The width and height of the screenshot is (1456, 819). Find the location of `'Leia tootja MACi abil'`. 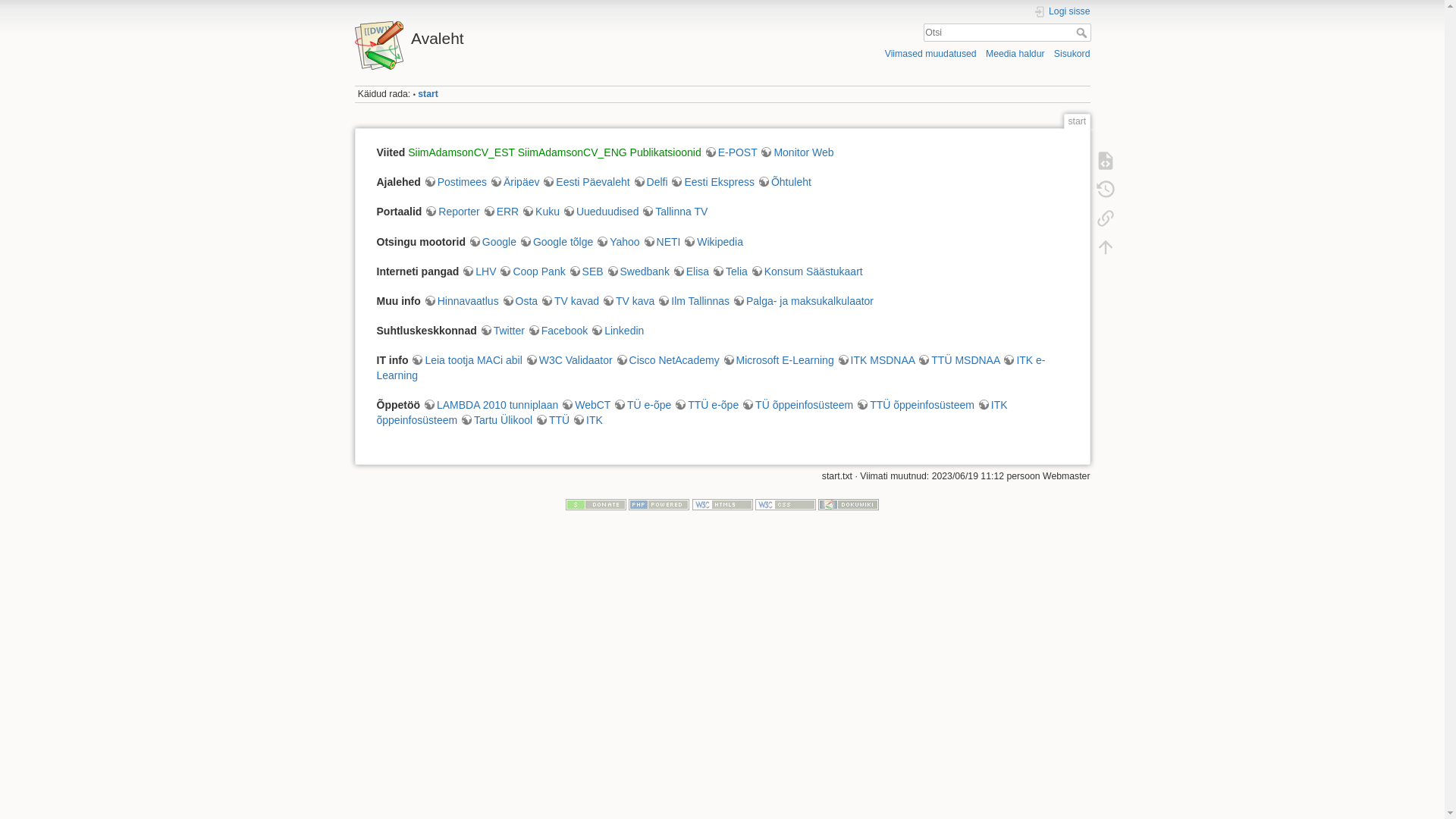

'Leia tootja MACi abil' is located at coordinates (411, 359).